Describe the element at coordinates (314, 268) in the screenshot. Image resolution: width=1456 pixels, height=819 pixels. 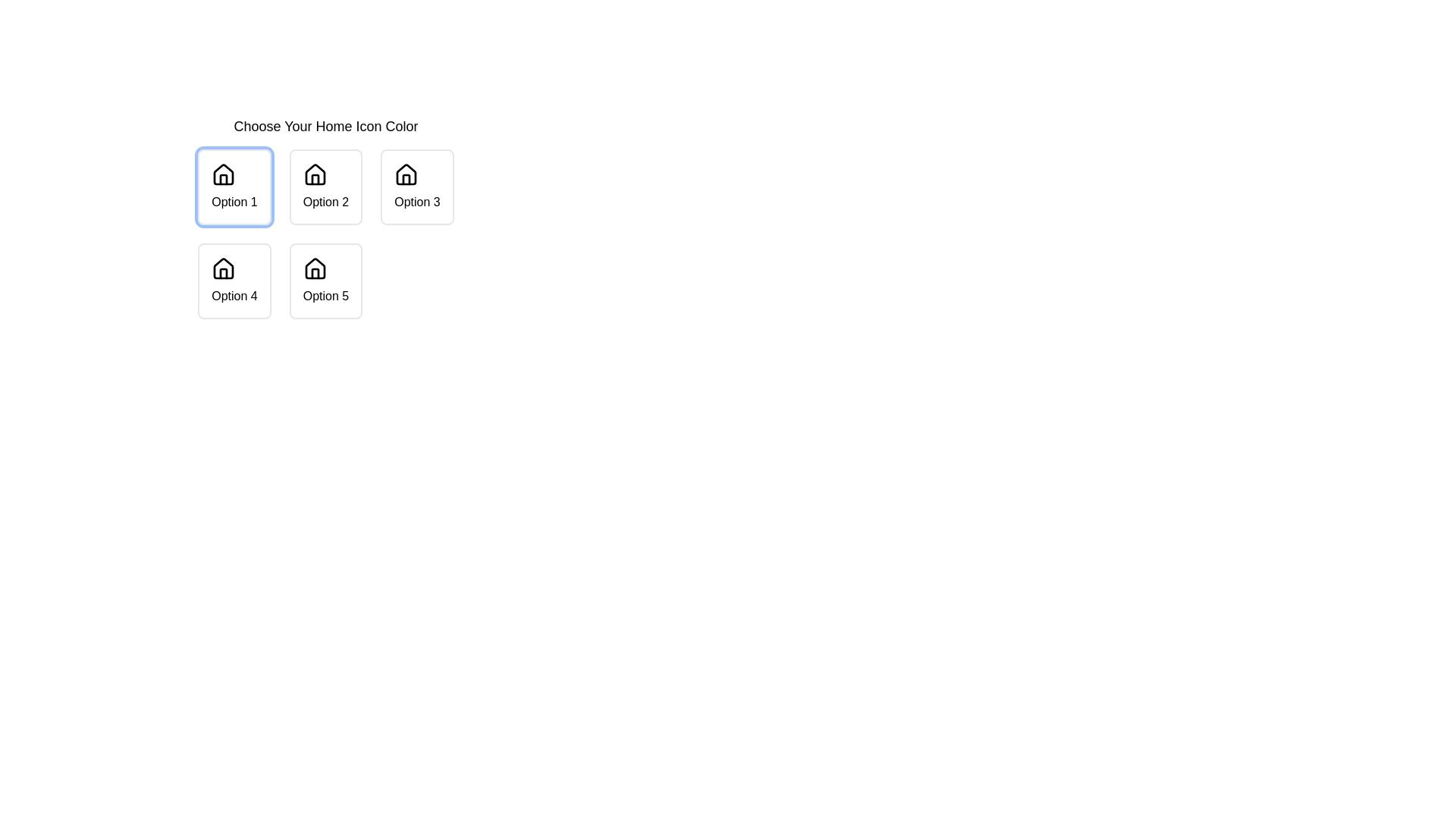
I see `the home icon, which is the second icon in the bottom row labeled 'Option 5'` at that location.